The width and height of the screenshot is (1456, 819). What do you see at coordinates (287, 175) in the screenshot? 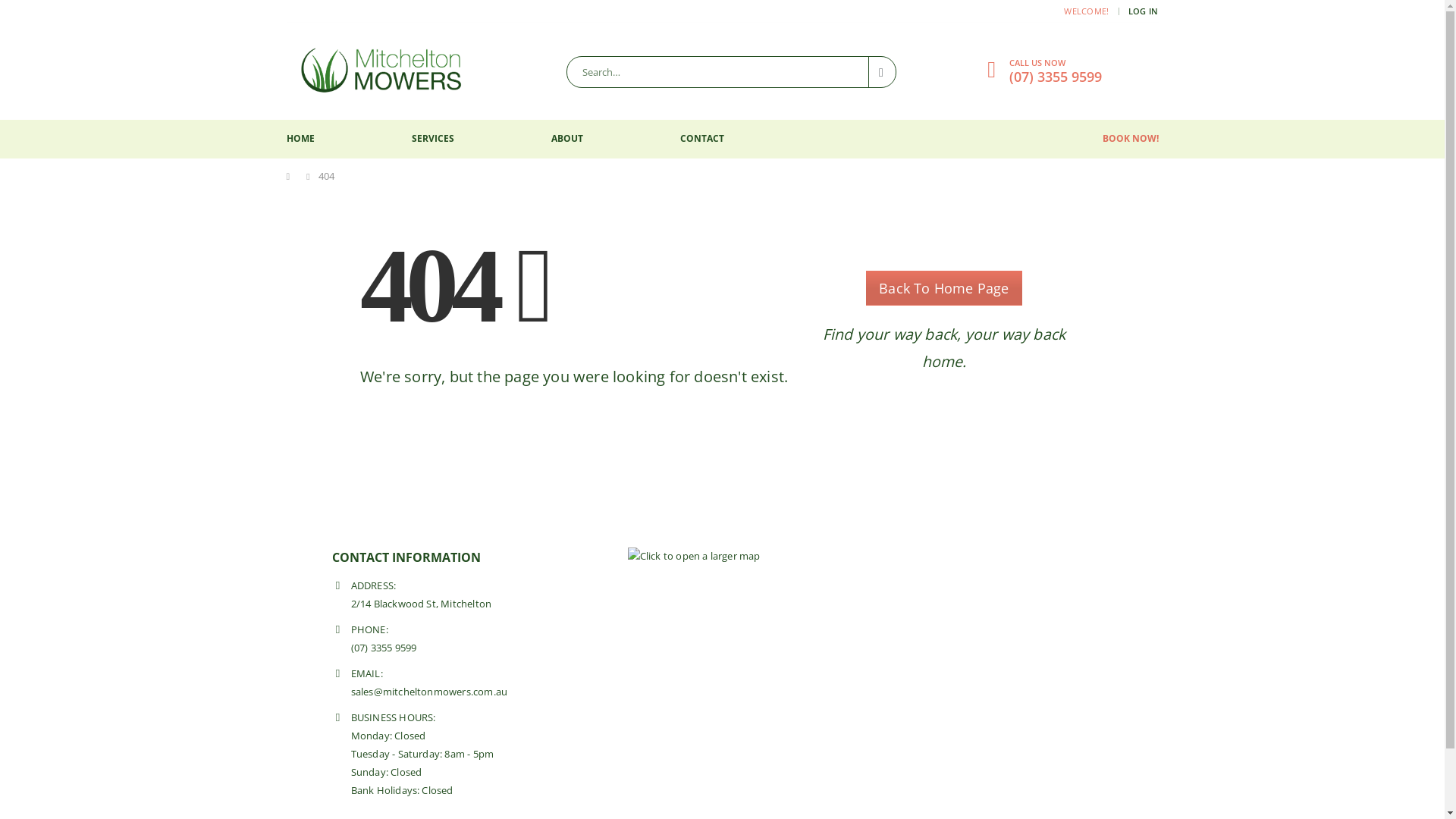
I see `'Go to Home Page'` at bounding box center [287, 175].